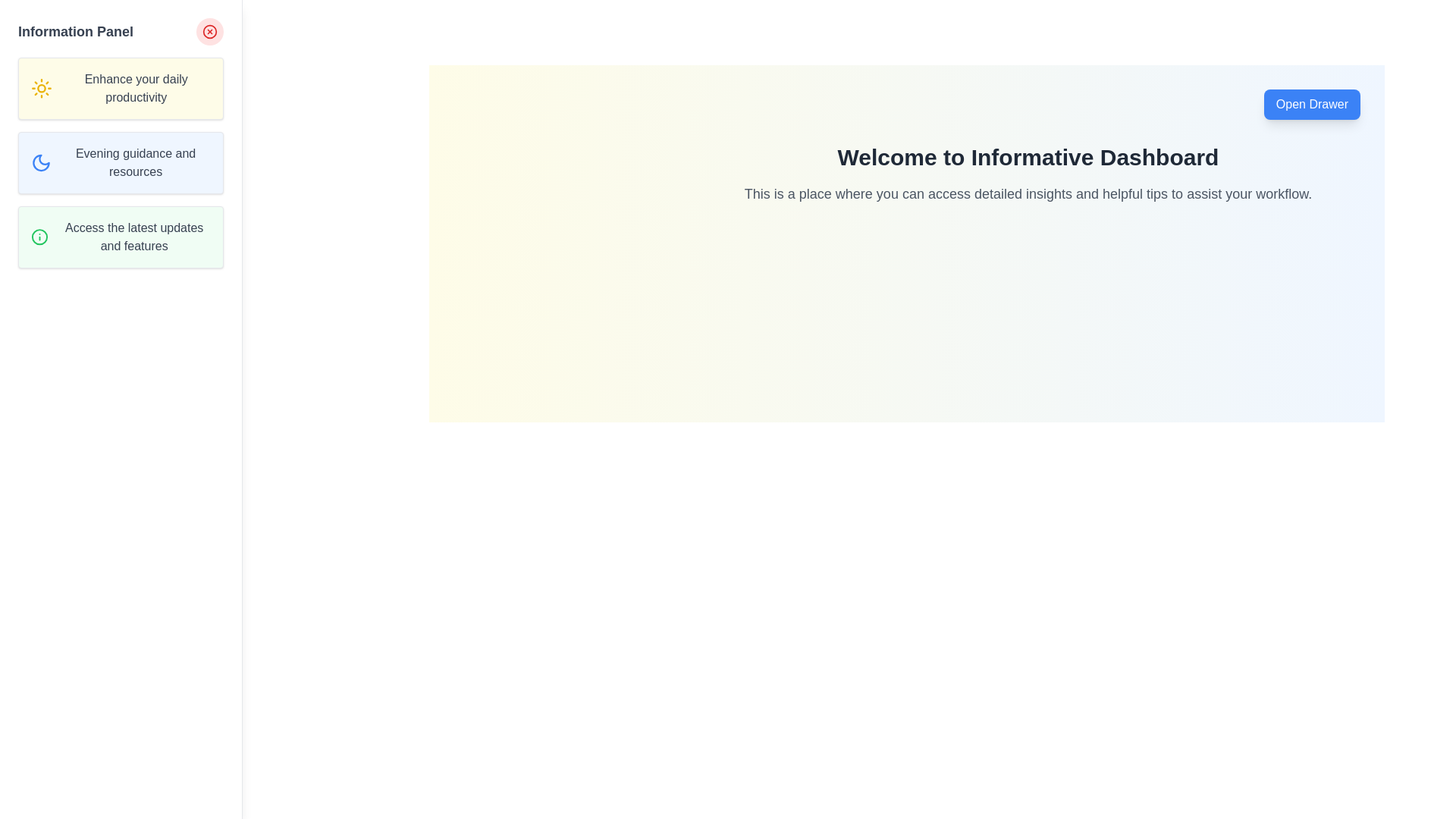  What do you see at coordinates (209, 32) in the screenshot?
I see `the circular button with a light red background and red border, containing an 'X' icon, located in the top-right corner of the 'Information Panel' section` at bounding box center [209, 32].